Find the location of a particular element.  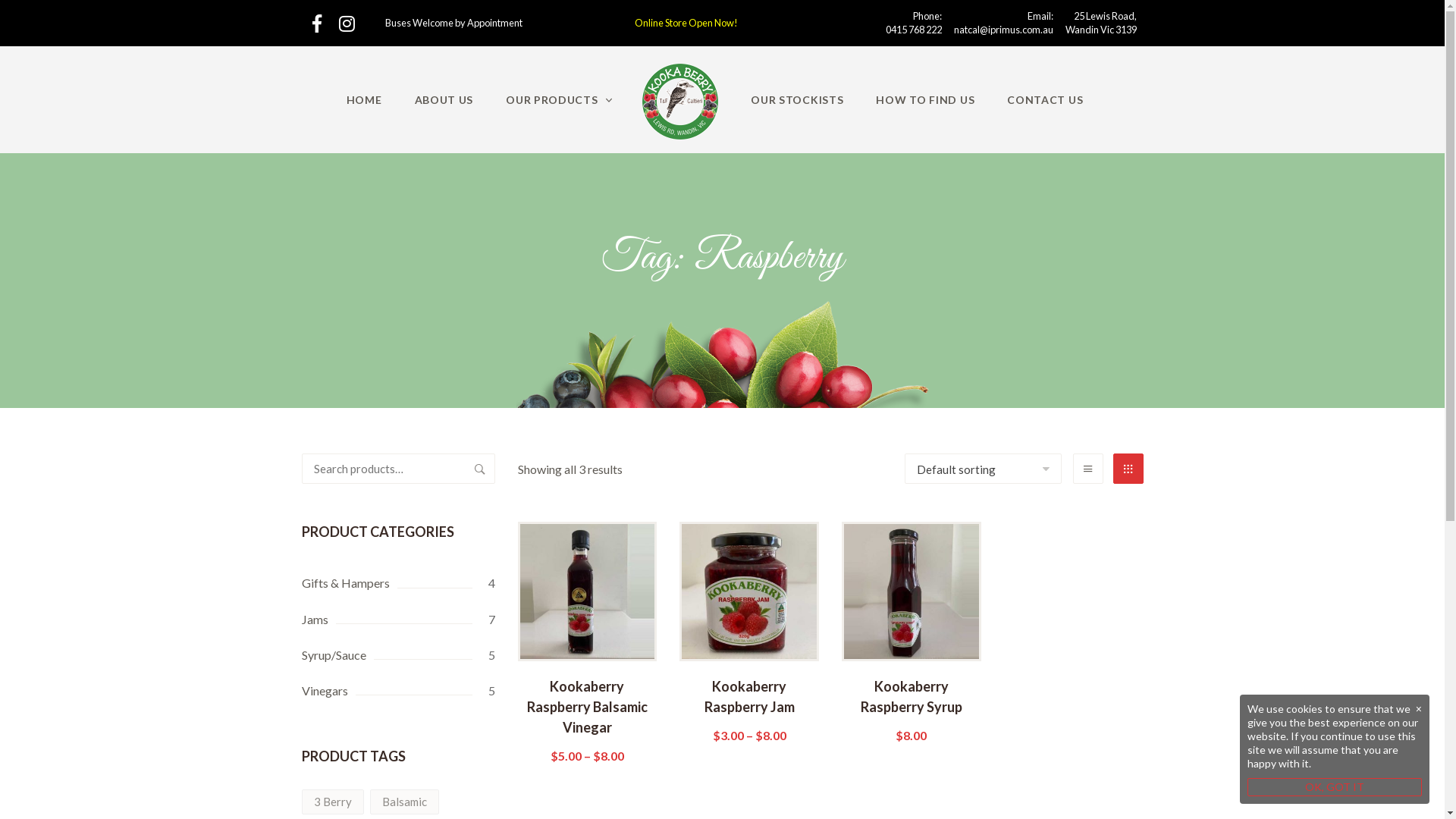

'OUR STOCKISTS' is located at coordinates (796, 99).